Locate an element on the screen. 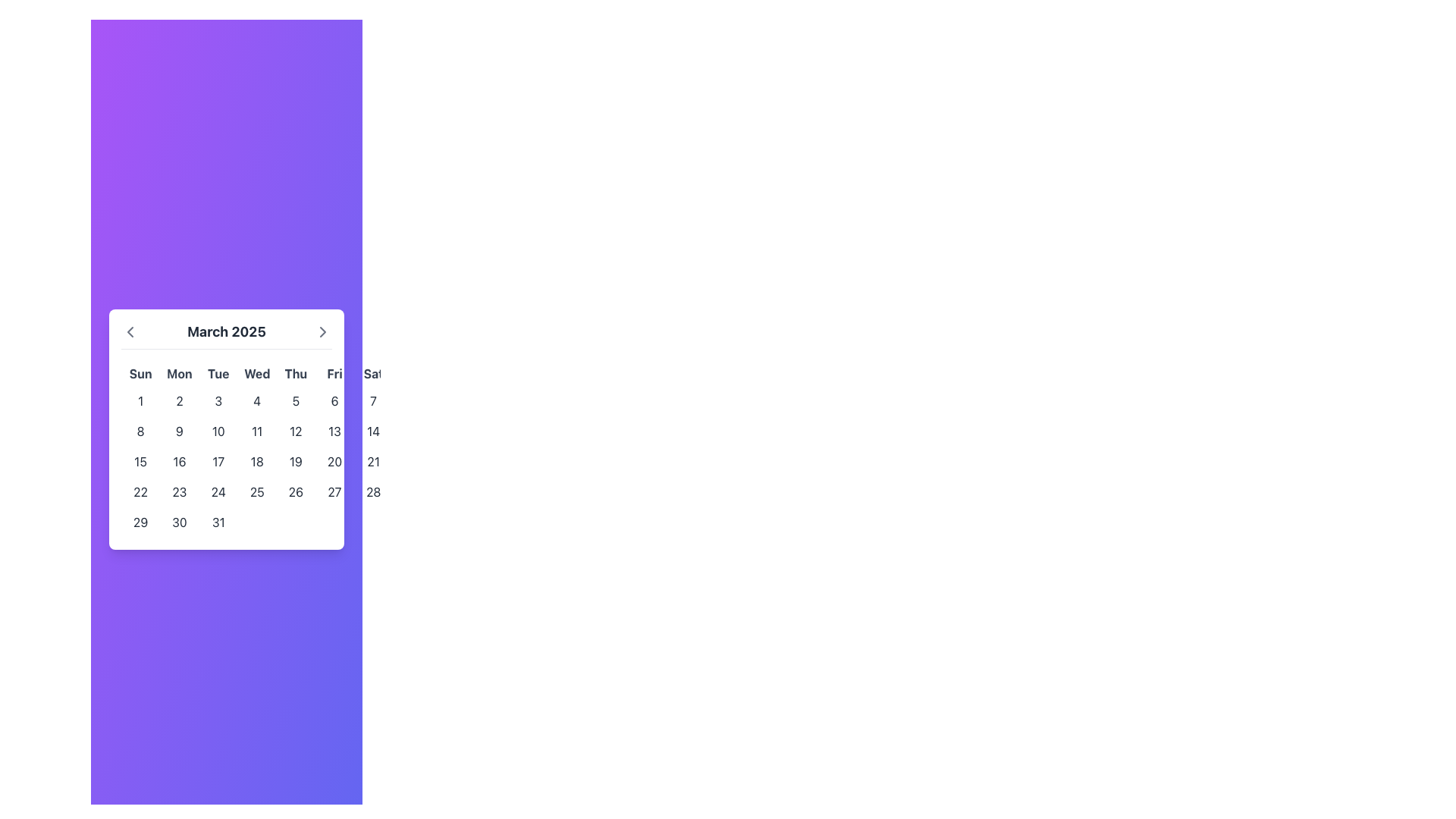 The height and width of the screenshot is (819, 1456). the numeral representing the first day of the week under the 'Sun' column in the calendar interface is located at coordinates (140, 400).